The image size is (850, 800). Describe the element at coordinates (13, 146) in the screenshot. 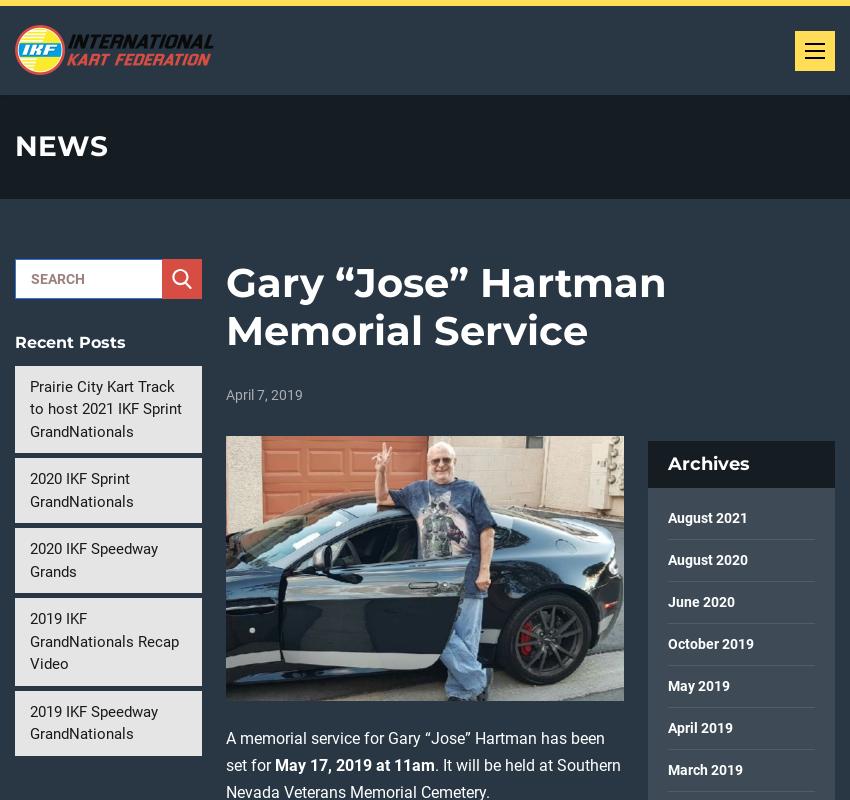

I see `'News'` at that location.